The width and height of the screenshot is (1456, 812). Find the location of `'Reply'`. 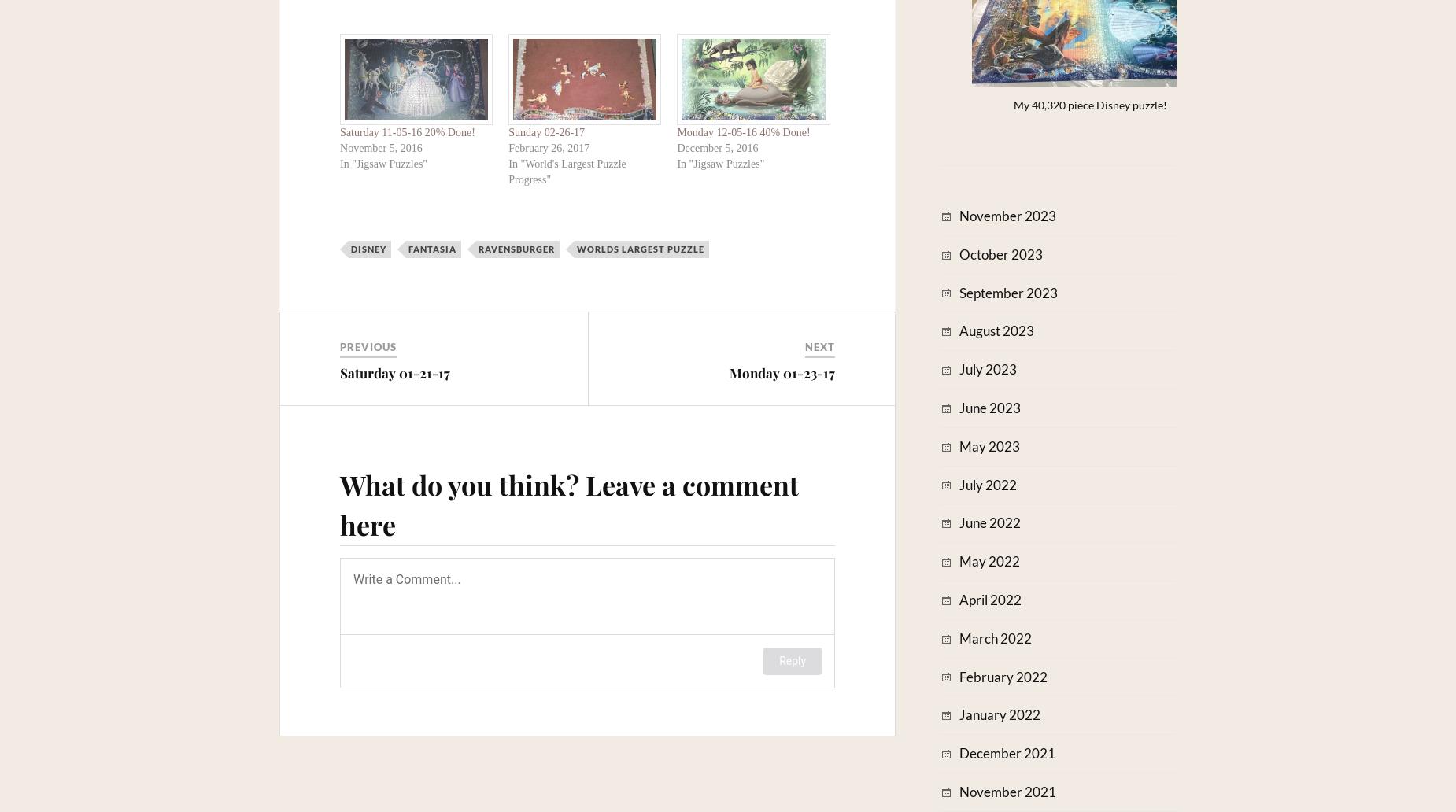

'Reply' is located at coordinates (791, 661).